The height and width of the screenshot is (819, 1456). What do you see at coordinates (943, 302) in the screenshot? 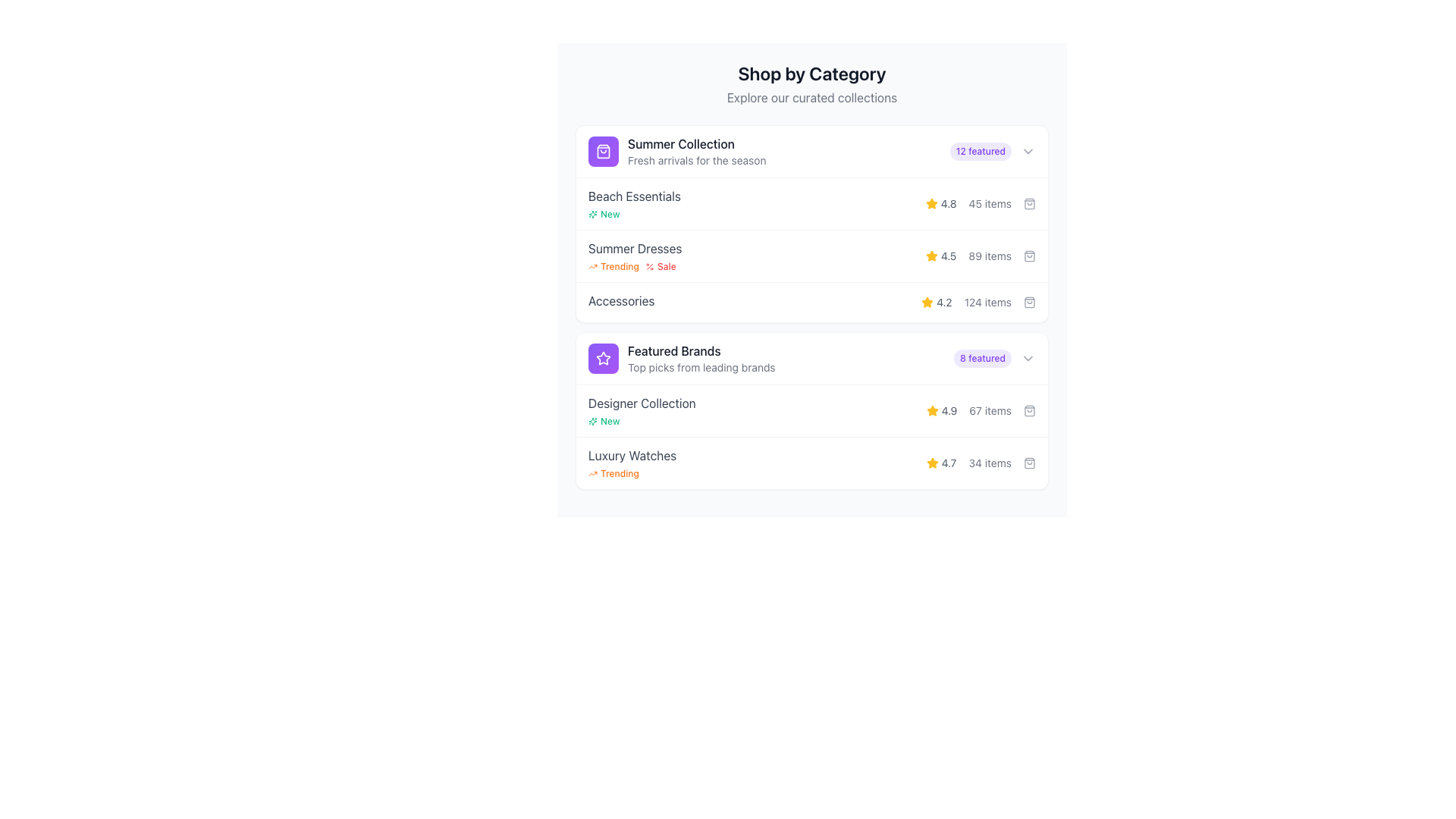
I see `the text label displaying '4.2' in a small gray font, which is located next to a yellow star icon in the Accessories category` at bounding box center [943, 302].